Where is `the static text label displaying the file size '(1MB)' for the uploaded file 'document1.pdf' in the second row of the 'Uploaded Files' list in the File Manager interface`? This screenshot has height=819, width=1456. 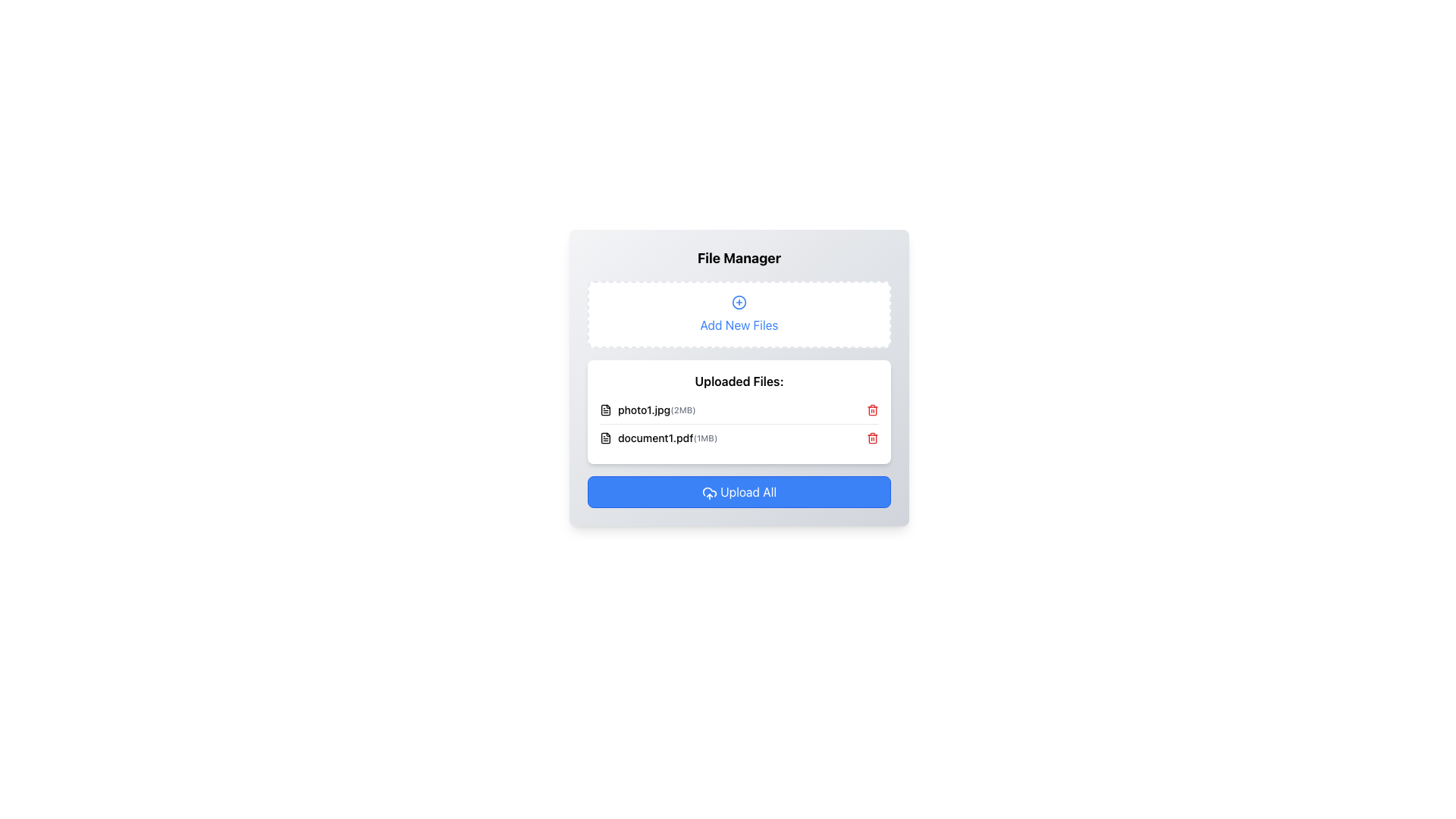 the static text label displaying the file size '(1MB)' for the uploaded file 'document1.pdf' in the second row of the 'Uploaded Files' list in the File Manager interface is located at coordinates (704, 438).